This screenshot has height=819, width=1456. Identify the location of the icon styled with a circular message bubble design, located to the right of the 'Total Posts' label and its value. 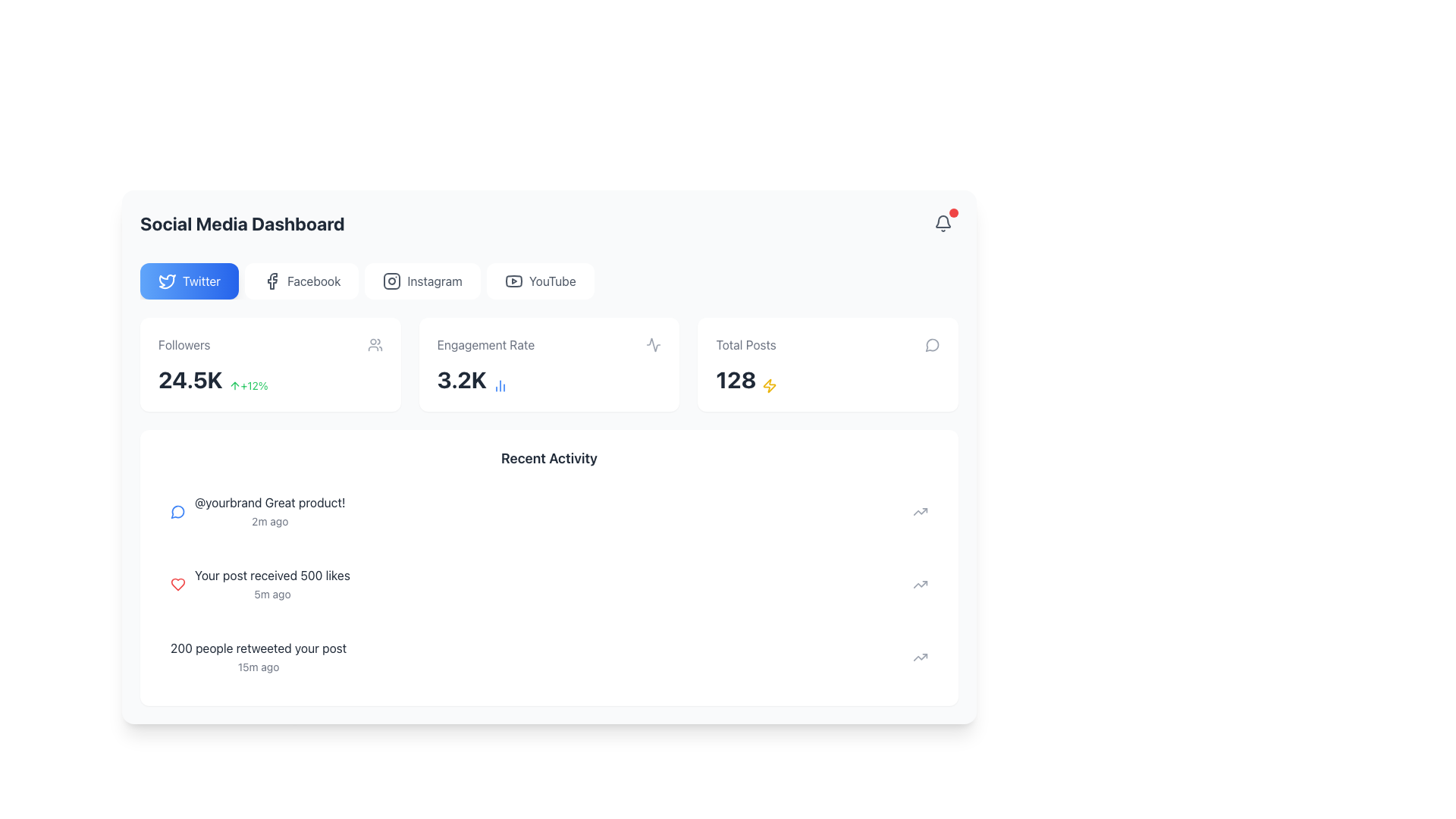
(931, 345).